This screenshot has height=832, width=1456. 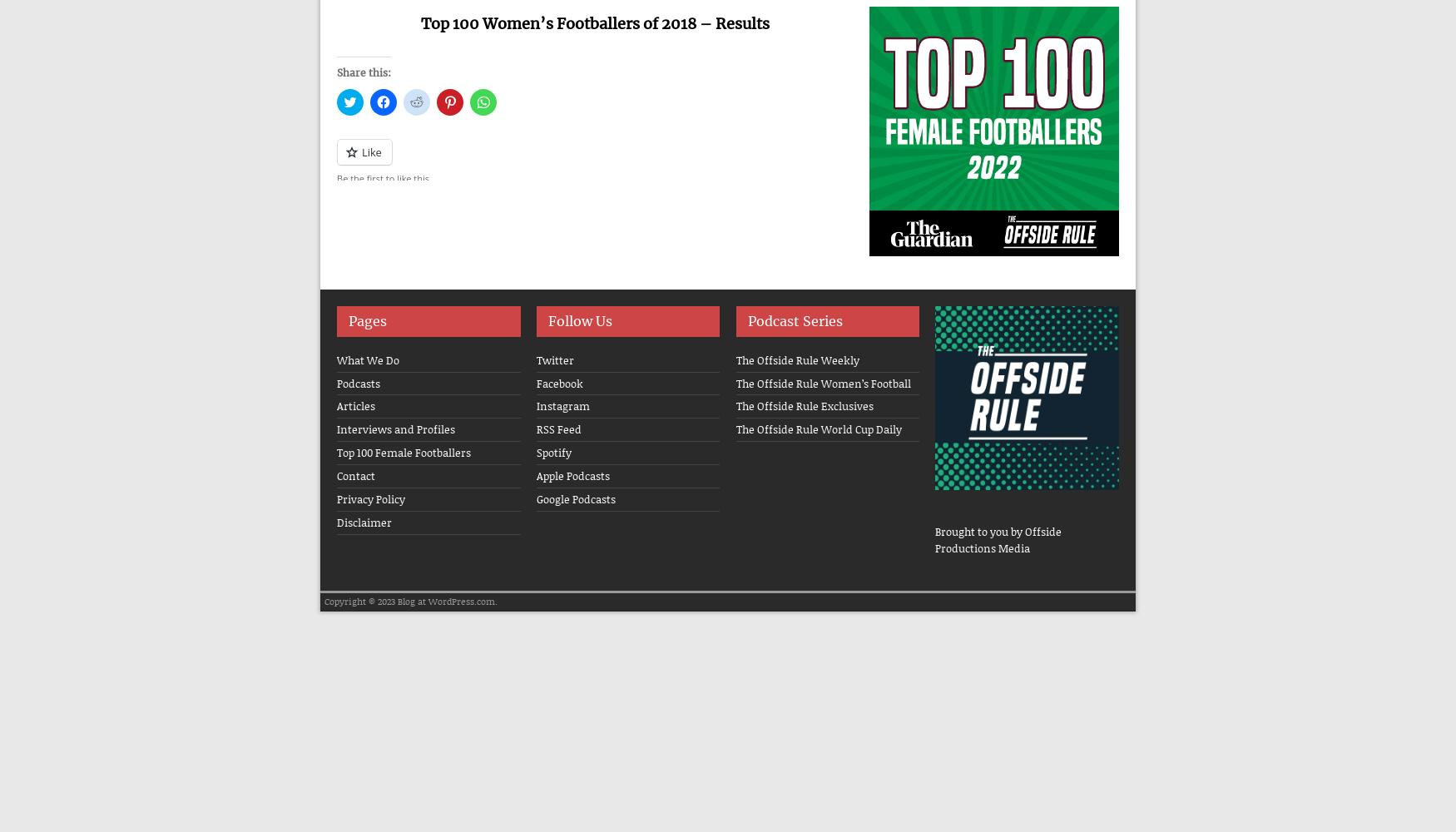 What do you see at coordinates (419, 23) in the screenshot?
I see `'Top 100 Women’s Footballers of 2018 – Results'` at bounding box center [419, 23].